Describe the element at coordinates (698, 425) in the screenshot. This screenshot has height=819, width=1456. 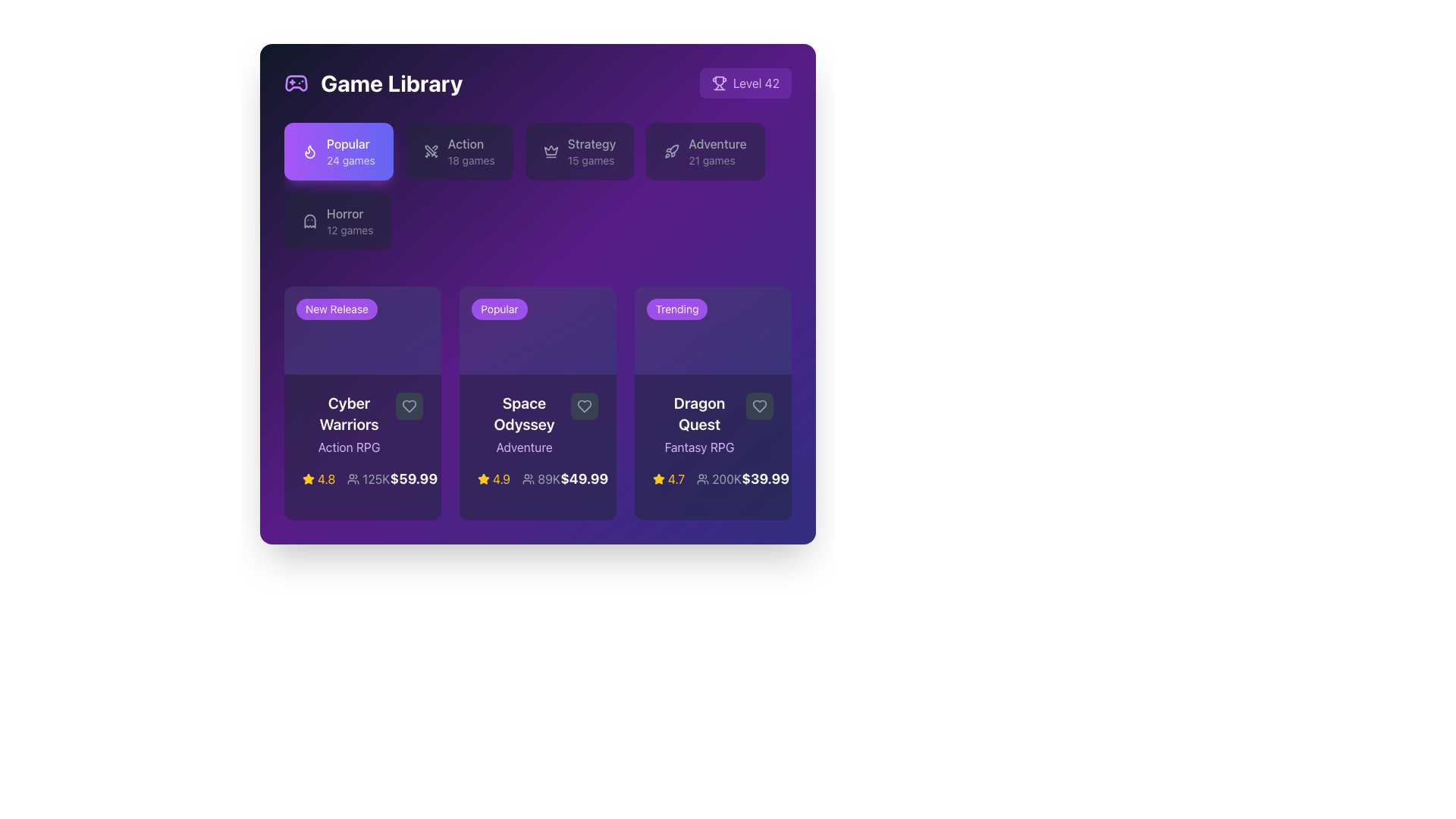
I see `the text display in the lower-right section of the 'Game Library' interface that shows the name and genre of a game, which is the third item from the left among three horizontally arranged items` at that location.